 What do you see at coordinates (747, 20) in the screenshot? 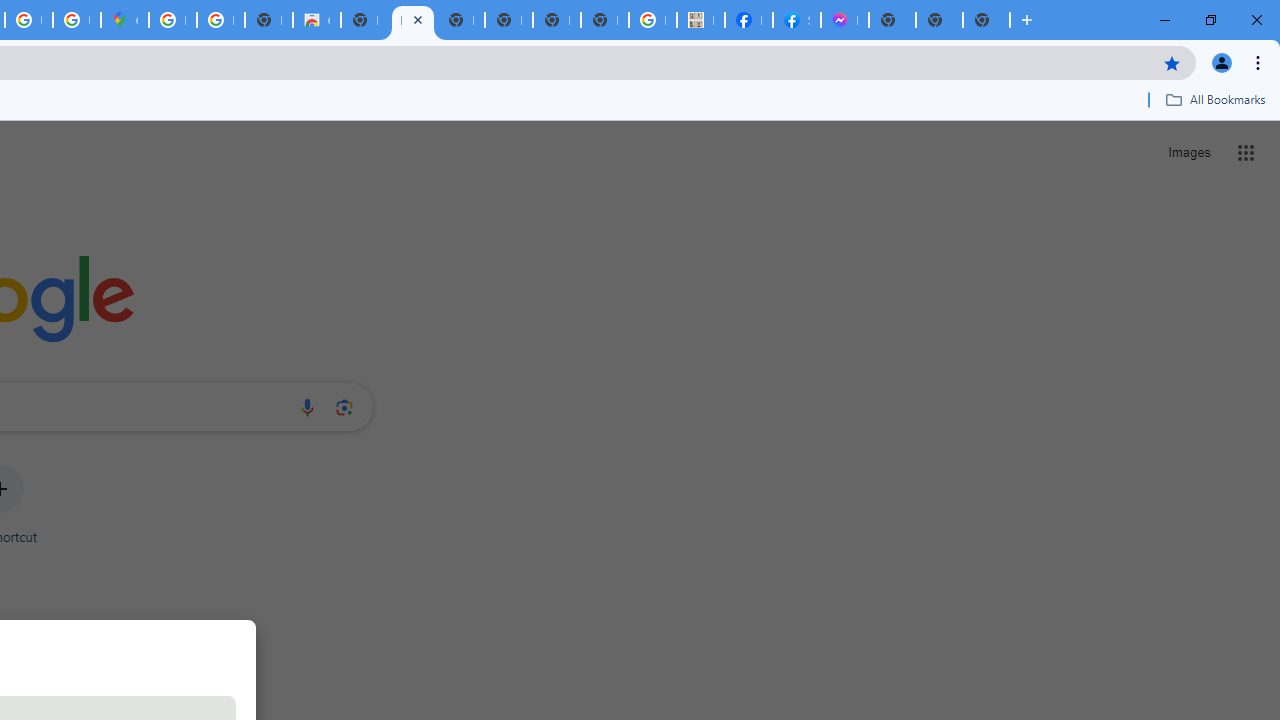
I see `'Miley Cyrus | Facebook'` at bounding box center [747, 20].